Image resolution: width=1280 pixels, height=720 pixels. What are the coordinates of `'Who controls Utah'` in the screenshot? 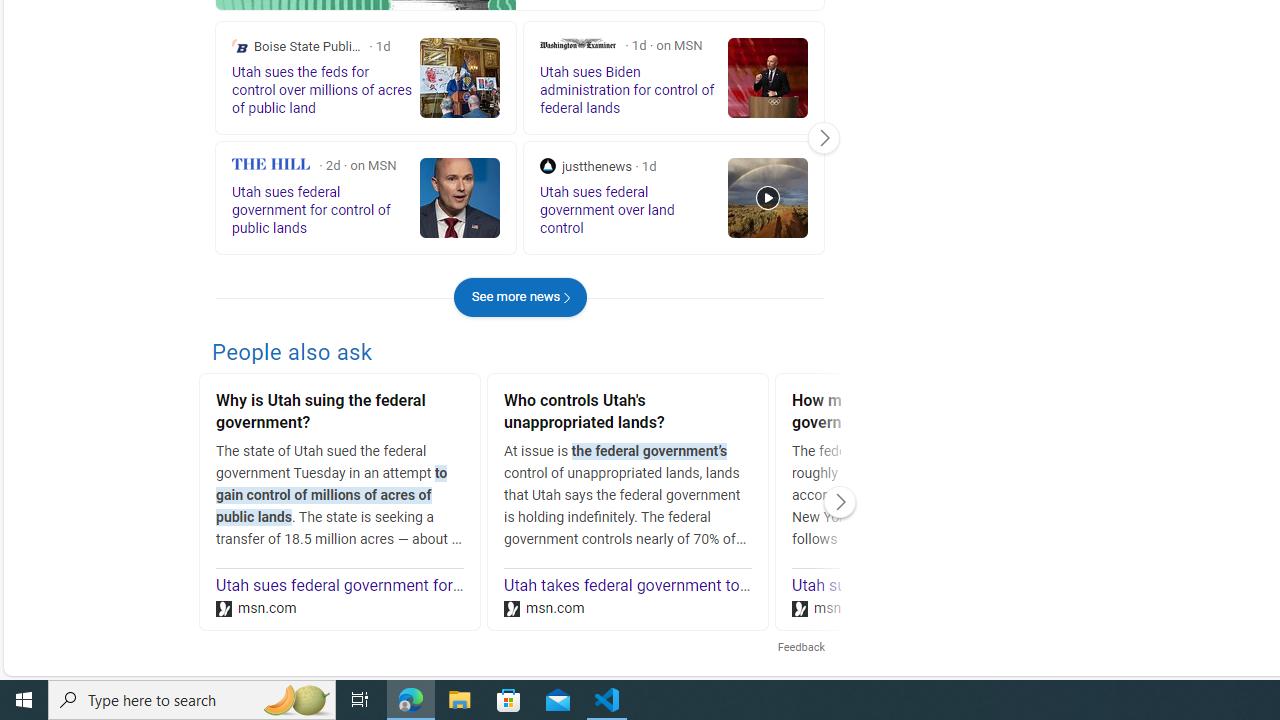 It's located at (627, 413).